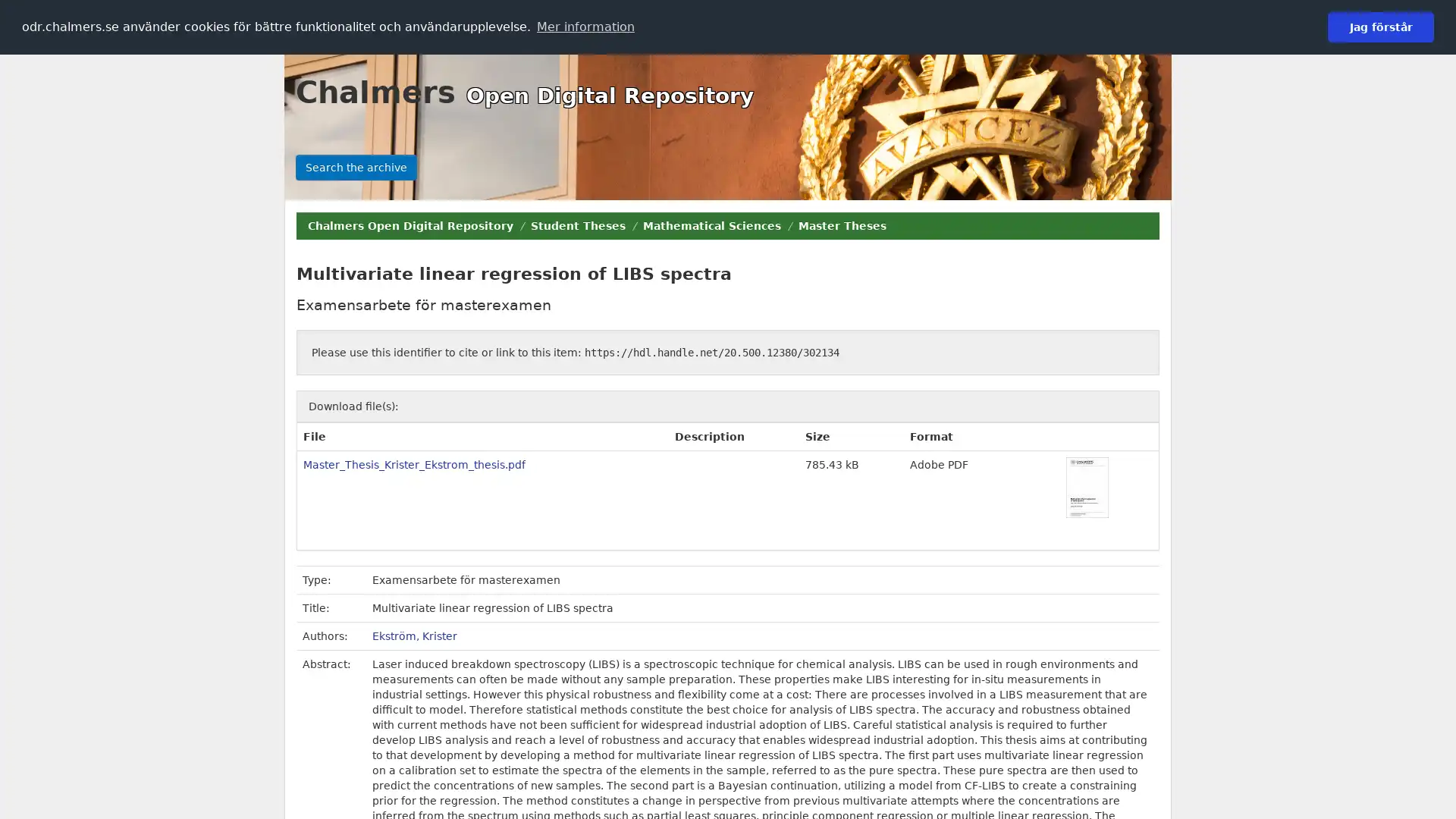 The height and width of the screenshot is (819, 1456). I want to click on dismiss cookie message, so click(1380, 27).